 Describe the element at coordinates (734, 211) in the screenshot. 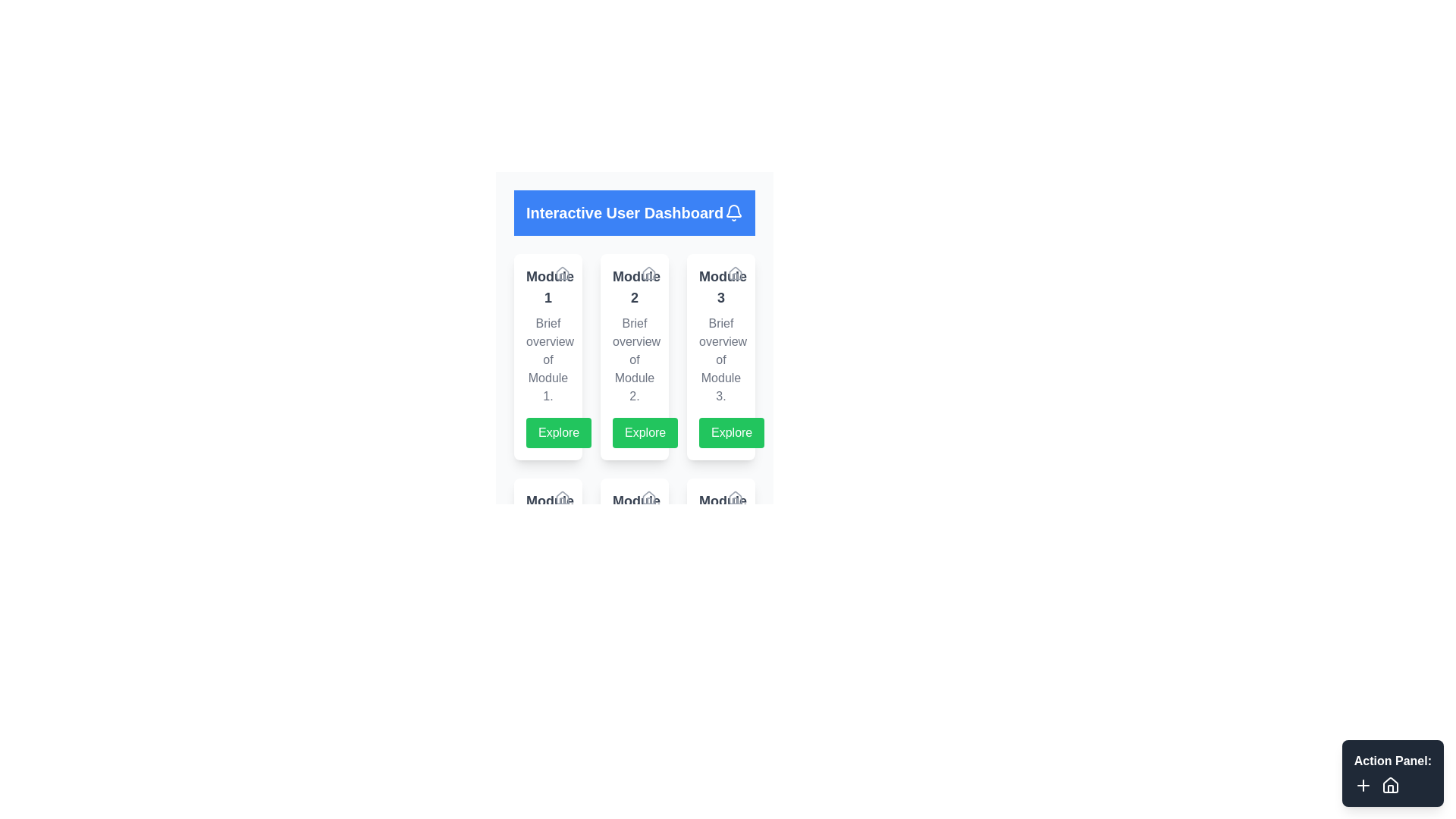

I see `the notification icon located at the top-right of the interface, next to the 'Interactive User Dashboard' title with a blue background, which serves as a visual indicator for alerts` at that location.